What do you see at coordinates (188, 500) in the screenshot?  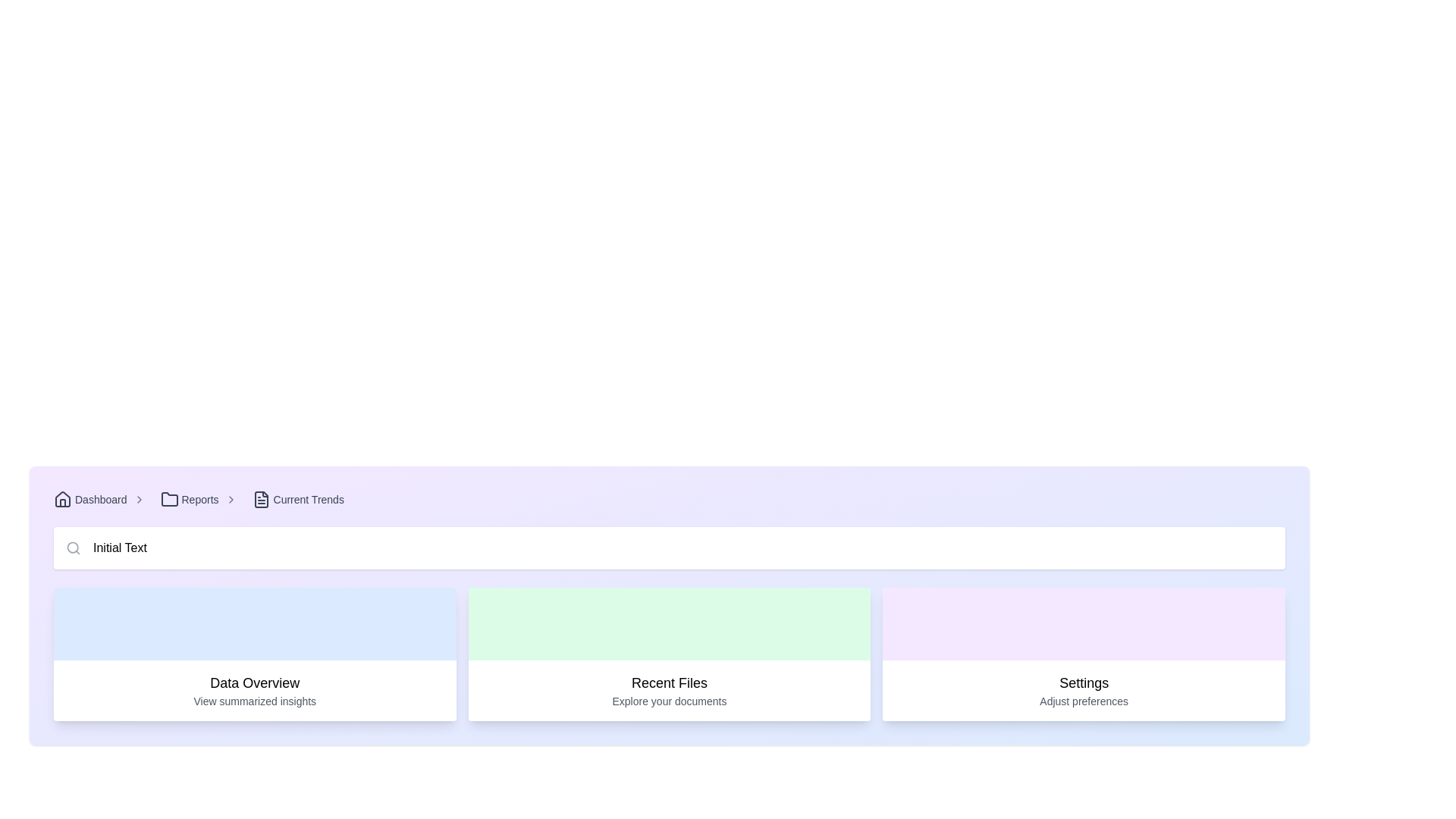 I see `the hyperlink with an embedded folder icon and text` at bounding box center [188, 500].